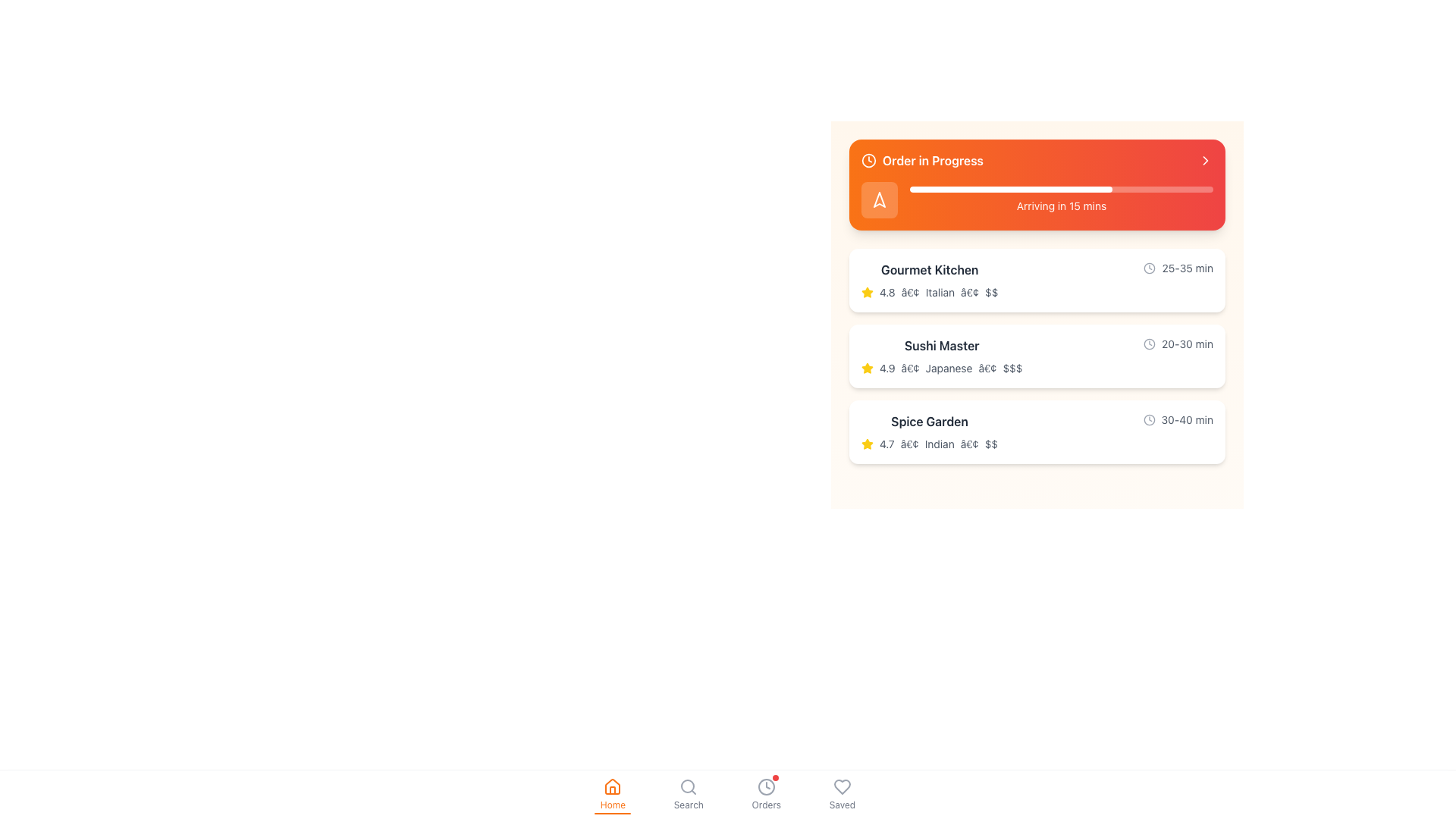  Describe the element at coordinates (867, 292) in the screenshot. I see `the yellow star icon, which is part of the rating indicator located to the left of the text '4.8 • Italian • $$', to interact with the rating` at that location.